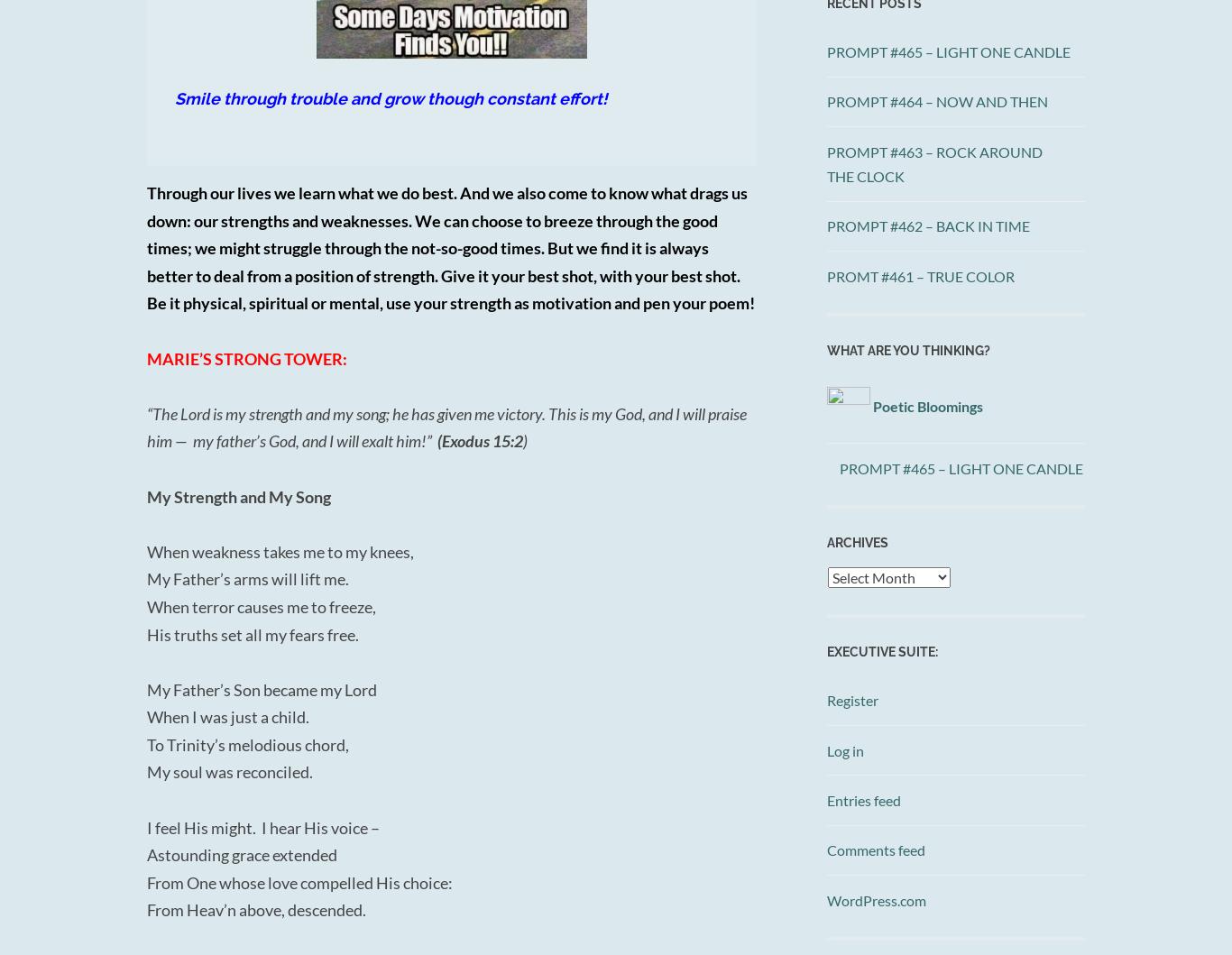 This screenshot has height=955, width=1232. Describe the element at coordinates (920, 275) in the screenshot. I see `'PROMT #461 – TRUE COLOR'` at that location.